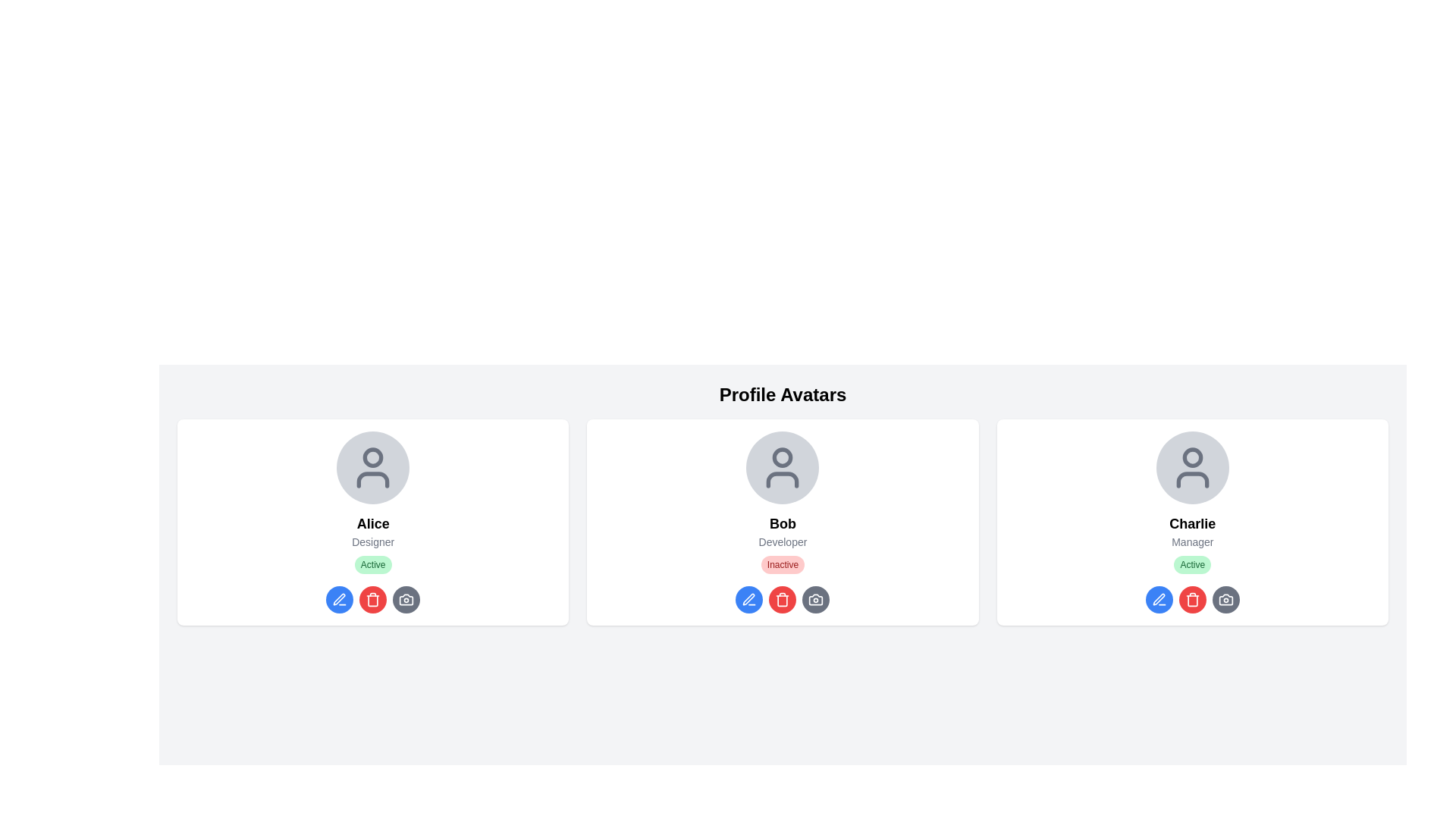  What do you see at coordinates (815, 598) in the screenshot?
I see `the camera icon within the circular button located in the bottom right of the 'Bob' profile card section` at bounding box center [815, 598].